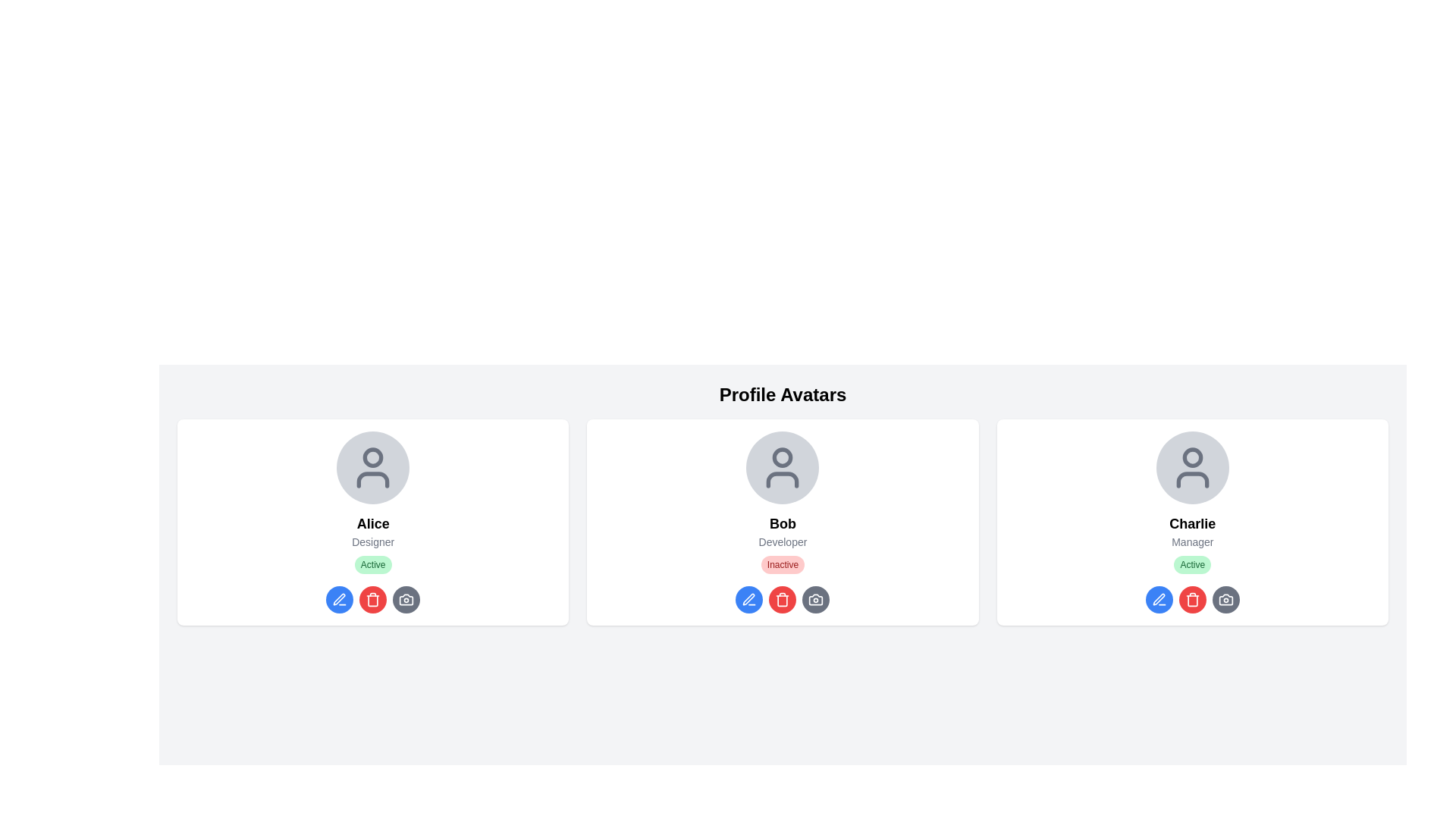  What do you see at coordinates (815, 598) in the screenshot?
I see `the camera icon within the circular button located in the bottom right of the 'Bob' profile card section` at bounding box center [815, 598].